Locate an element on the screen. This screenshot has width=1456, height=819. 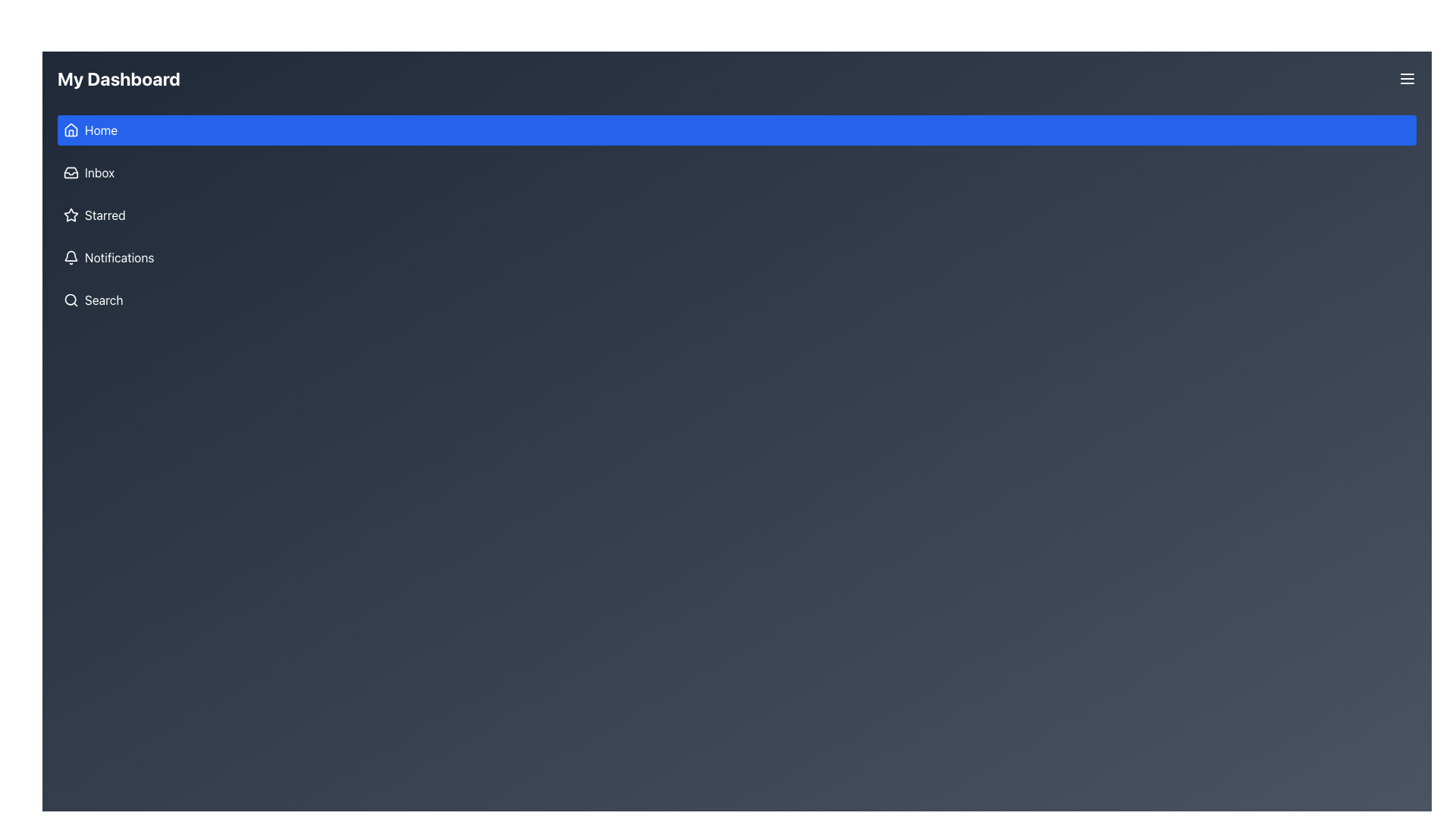
the bell icon representing notifications located in the sidebar navigation menu is located at coordinates (71, 254).